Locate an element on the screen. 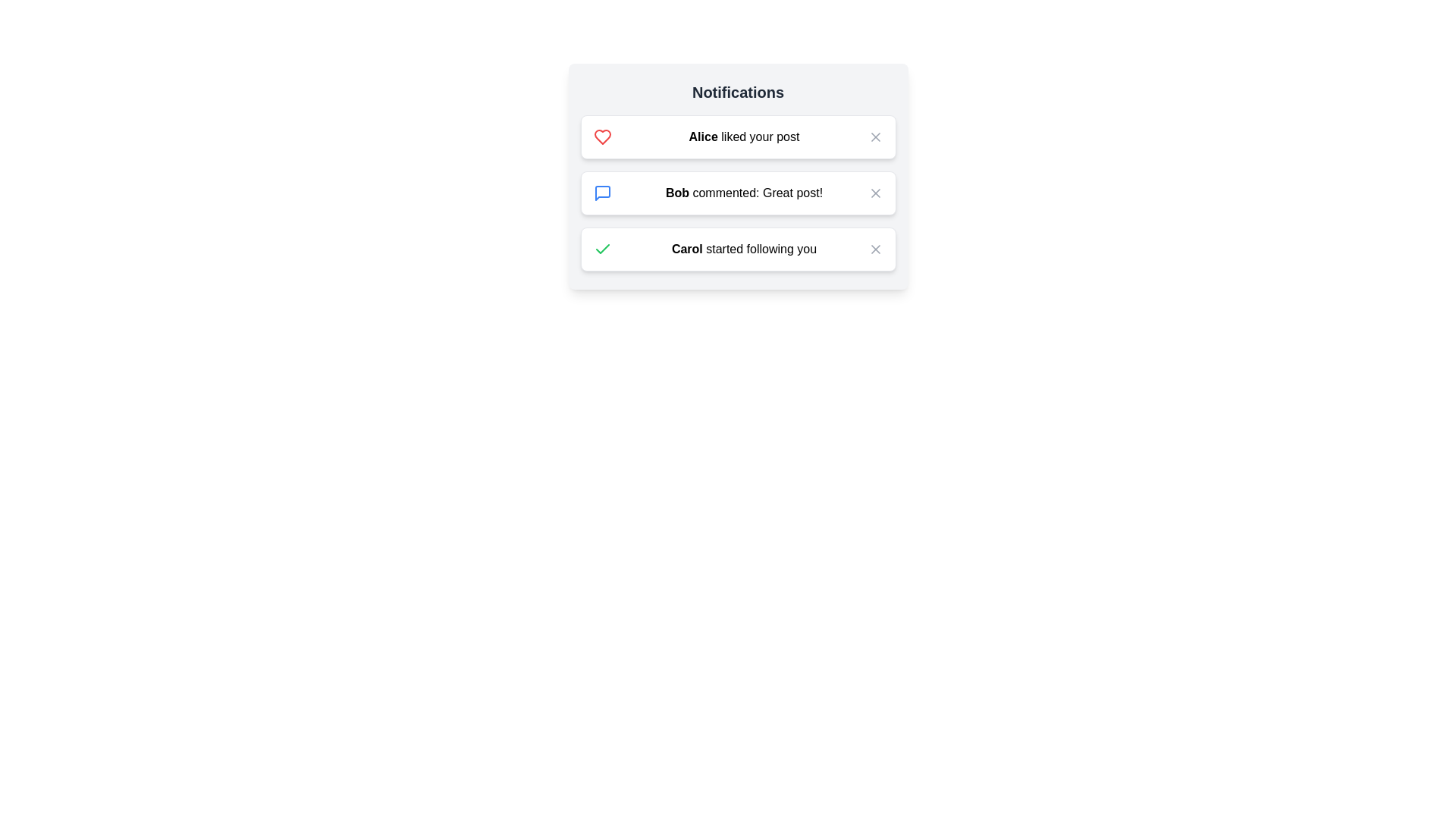 The image size is (1456, 819). the notification from the first notification box indicating that 'Alice' liked the user's post is located at coordinates (738, 137).